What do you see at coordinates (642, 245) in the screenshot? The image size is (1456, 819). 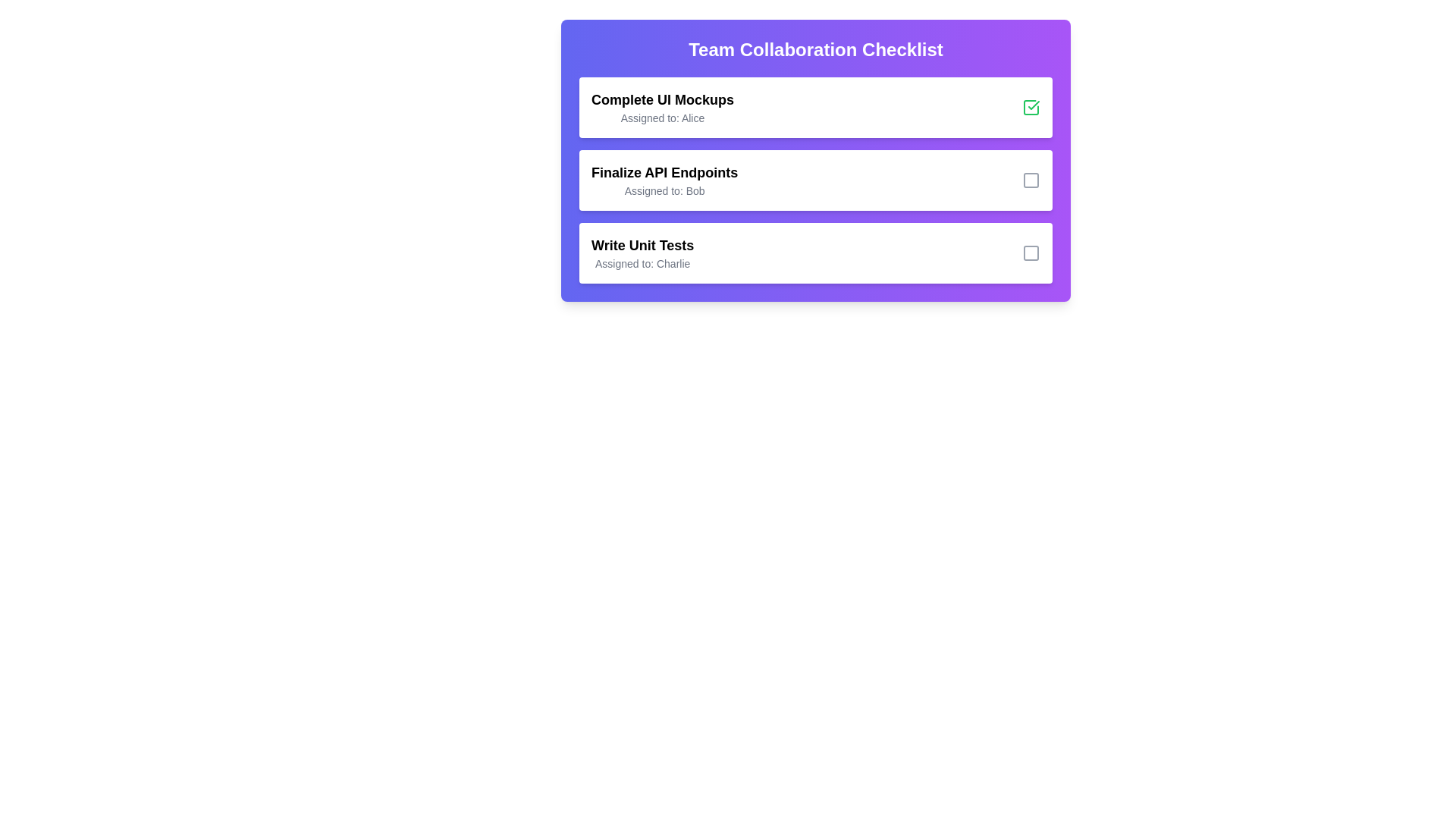 I see `the title text element in the third row of the 'Team Collaboration Checklist', which provides a summary of the task above the subtext 'Assigned to: Charlie'` at bounding box center [642, 245].